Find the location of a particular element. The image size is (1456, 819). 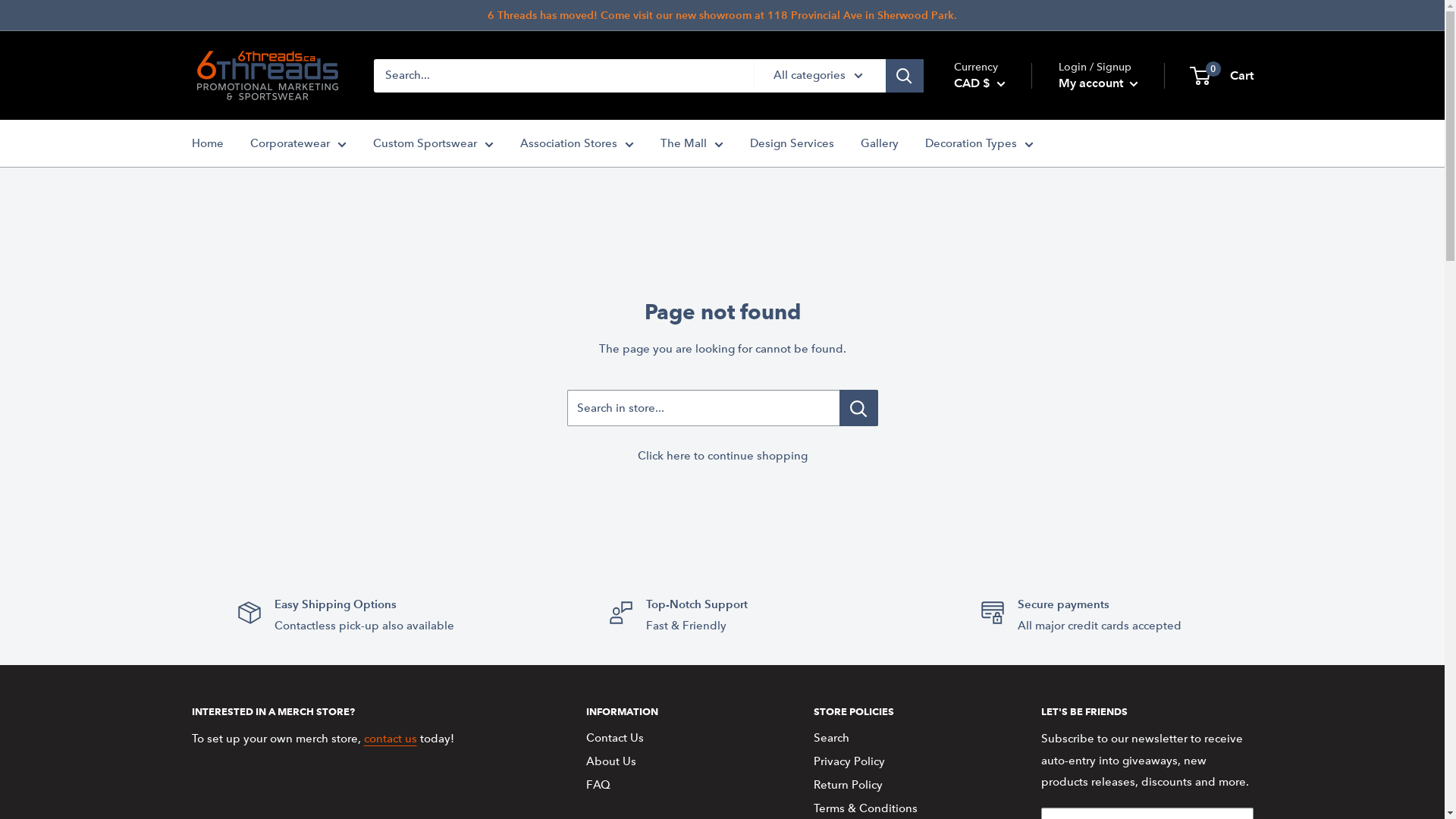

'STORE POLICIES' is located at coordinates (899, 711).